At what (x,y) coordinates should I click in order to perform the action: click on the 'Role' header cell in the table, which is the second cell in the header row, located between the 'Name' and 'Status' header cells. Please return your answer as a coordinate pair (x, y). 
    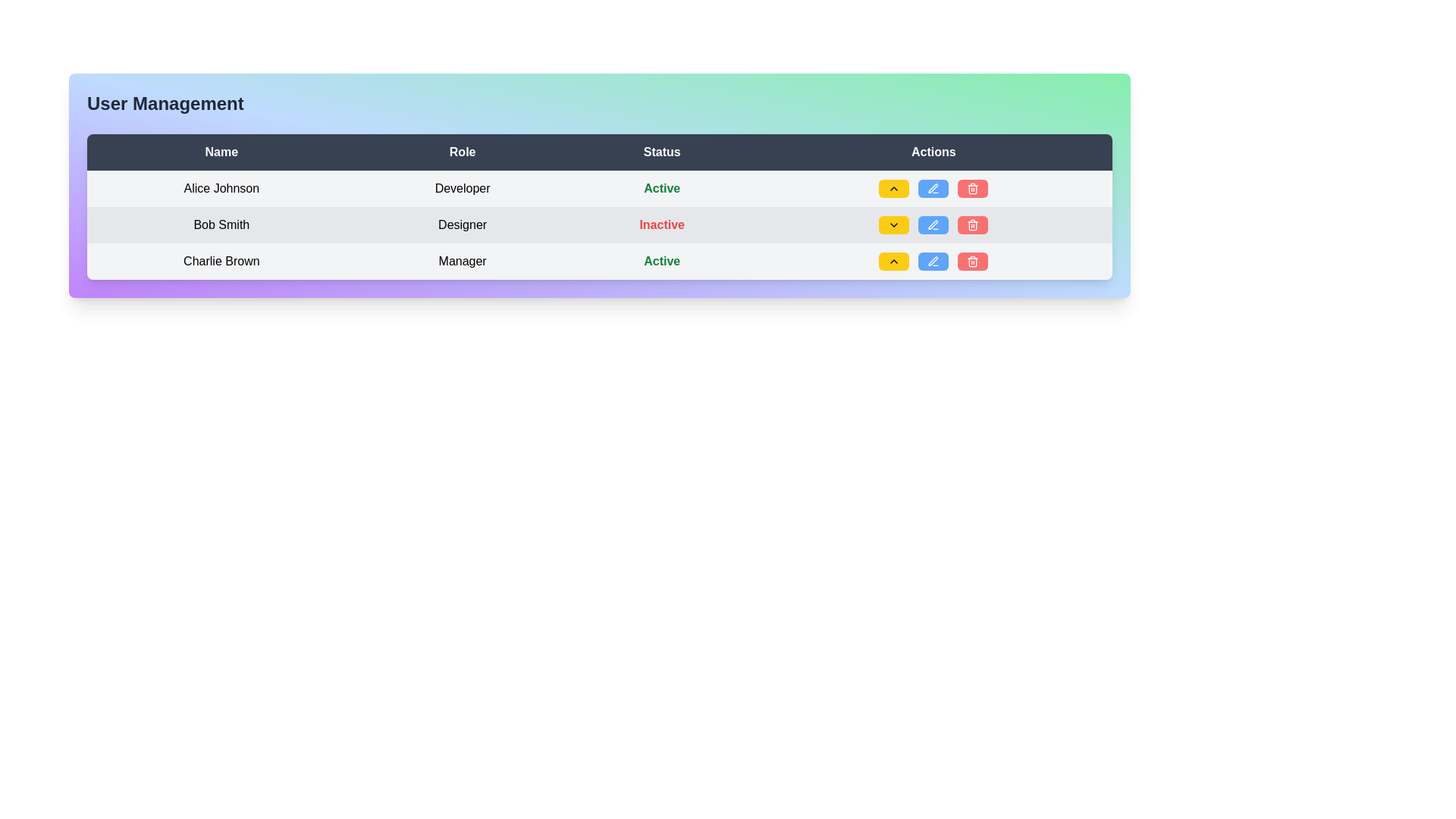
    Looking at the image, I should click on (462, 152).